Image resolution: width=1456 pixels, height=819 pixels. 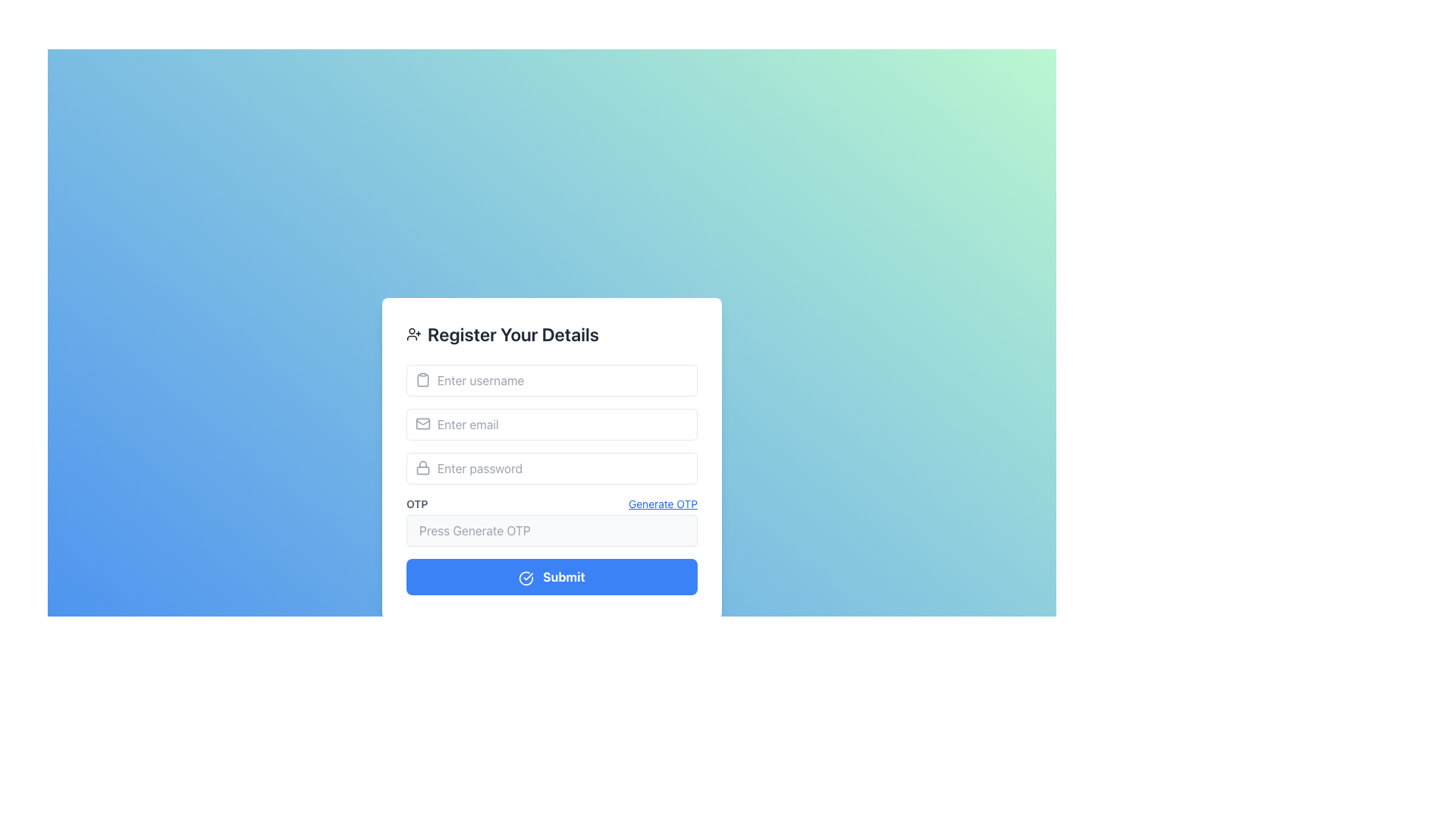 What do you see at coordinates (551, 467) in the screenshot?
I see `the Password input field by tabbing from the previous input field, which is located directly above it in the form` at bounding box center [551, 467].